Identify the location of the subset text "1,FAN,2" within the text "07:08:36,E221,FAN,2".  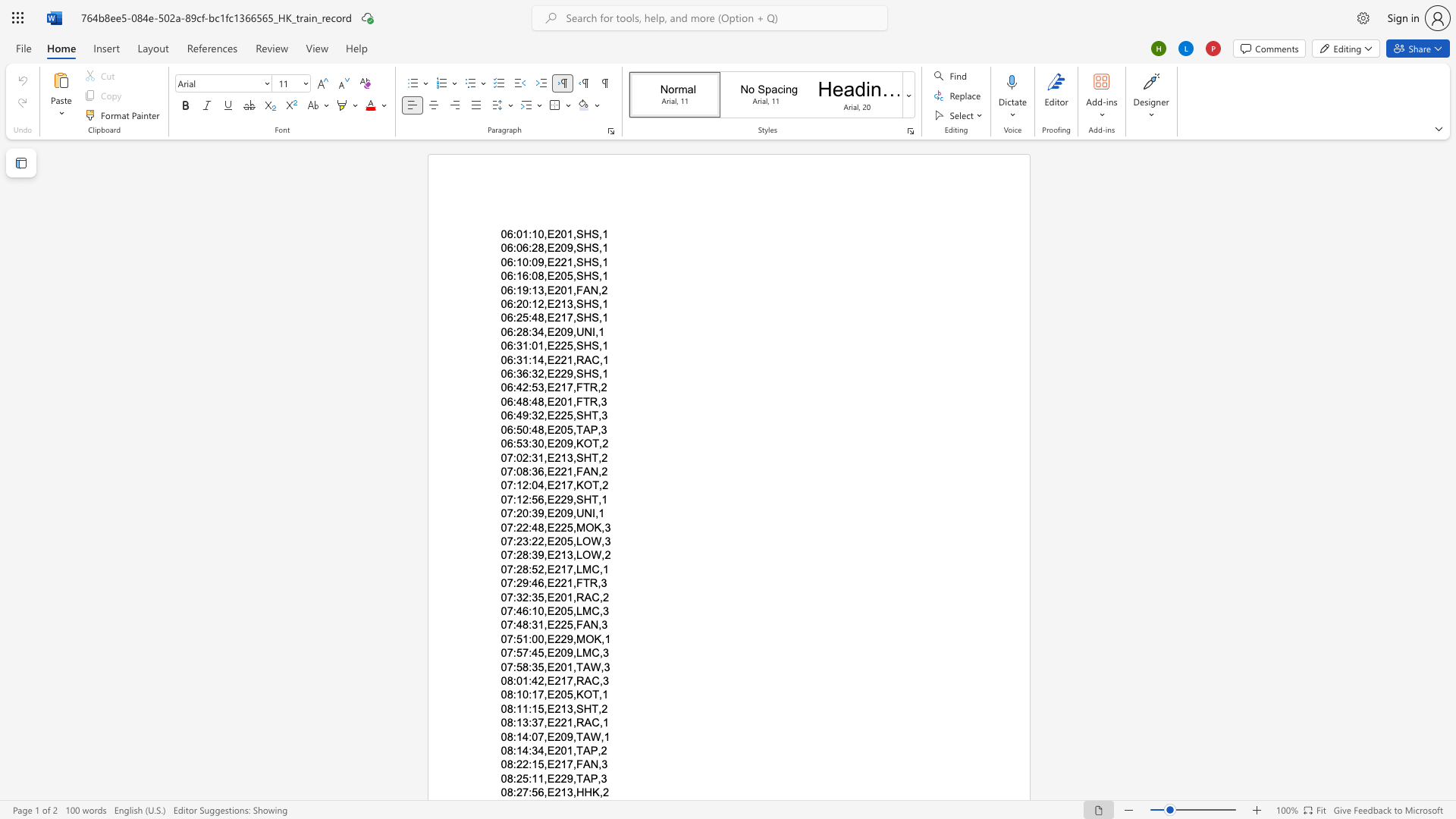
(566, 470).